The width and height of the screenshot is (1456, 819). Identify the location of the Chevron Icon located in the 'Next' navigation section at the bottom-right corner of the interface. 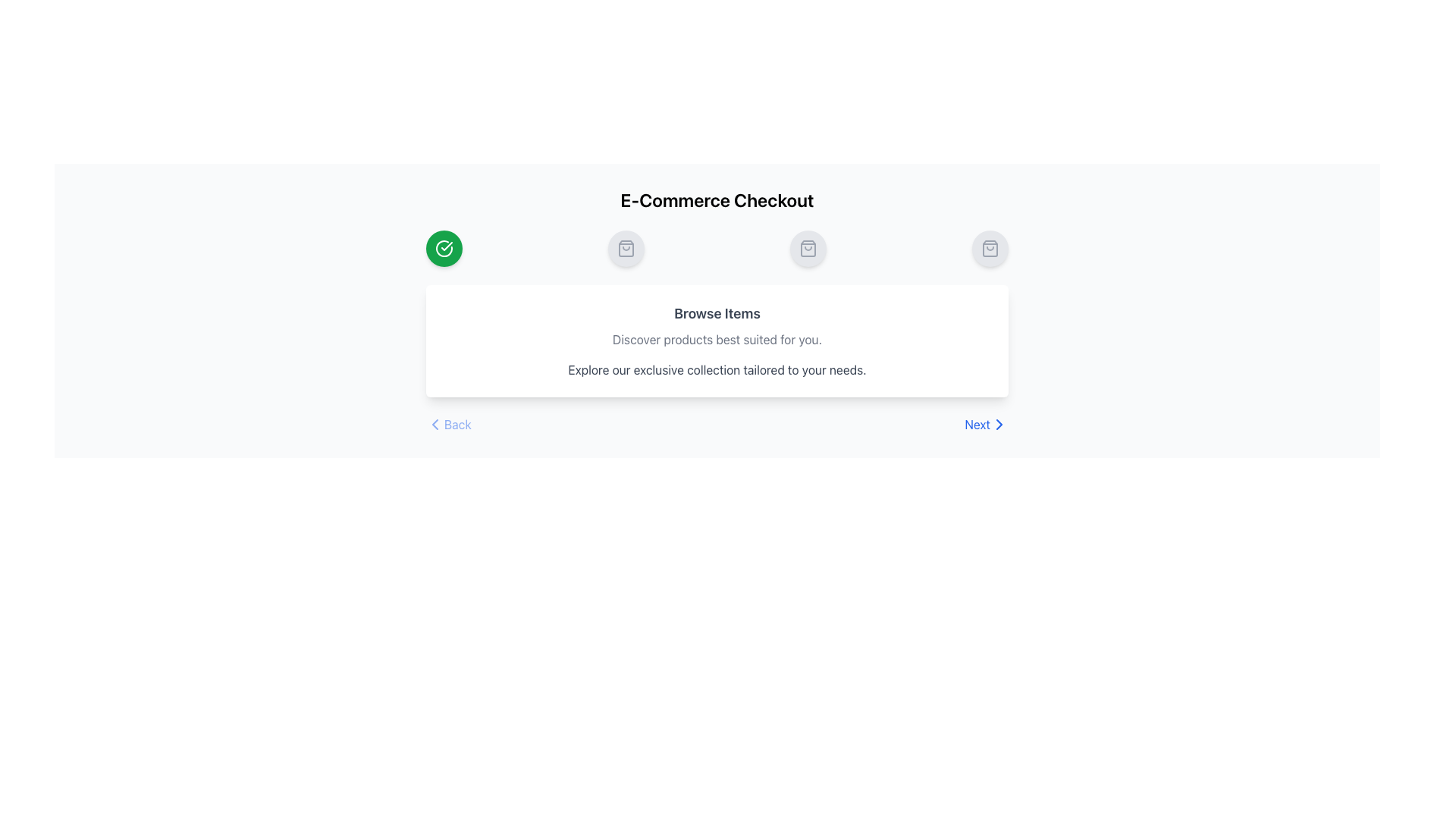
(999, 424).